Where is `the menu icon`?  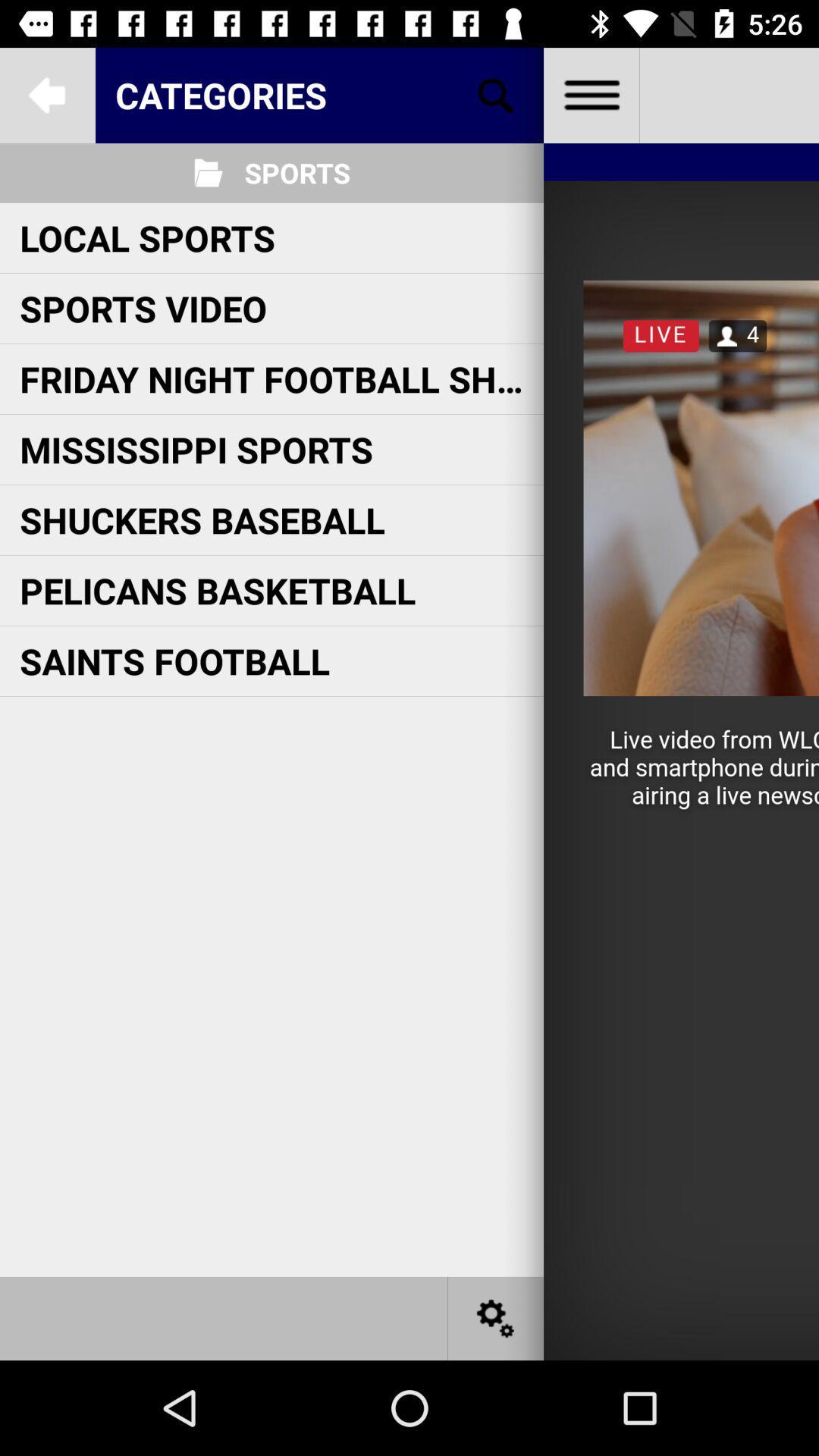
the menu icon is located at coordinates (590, 94).